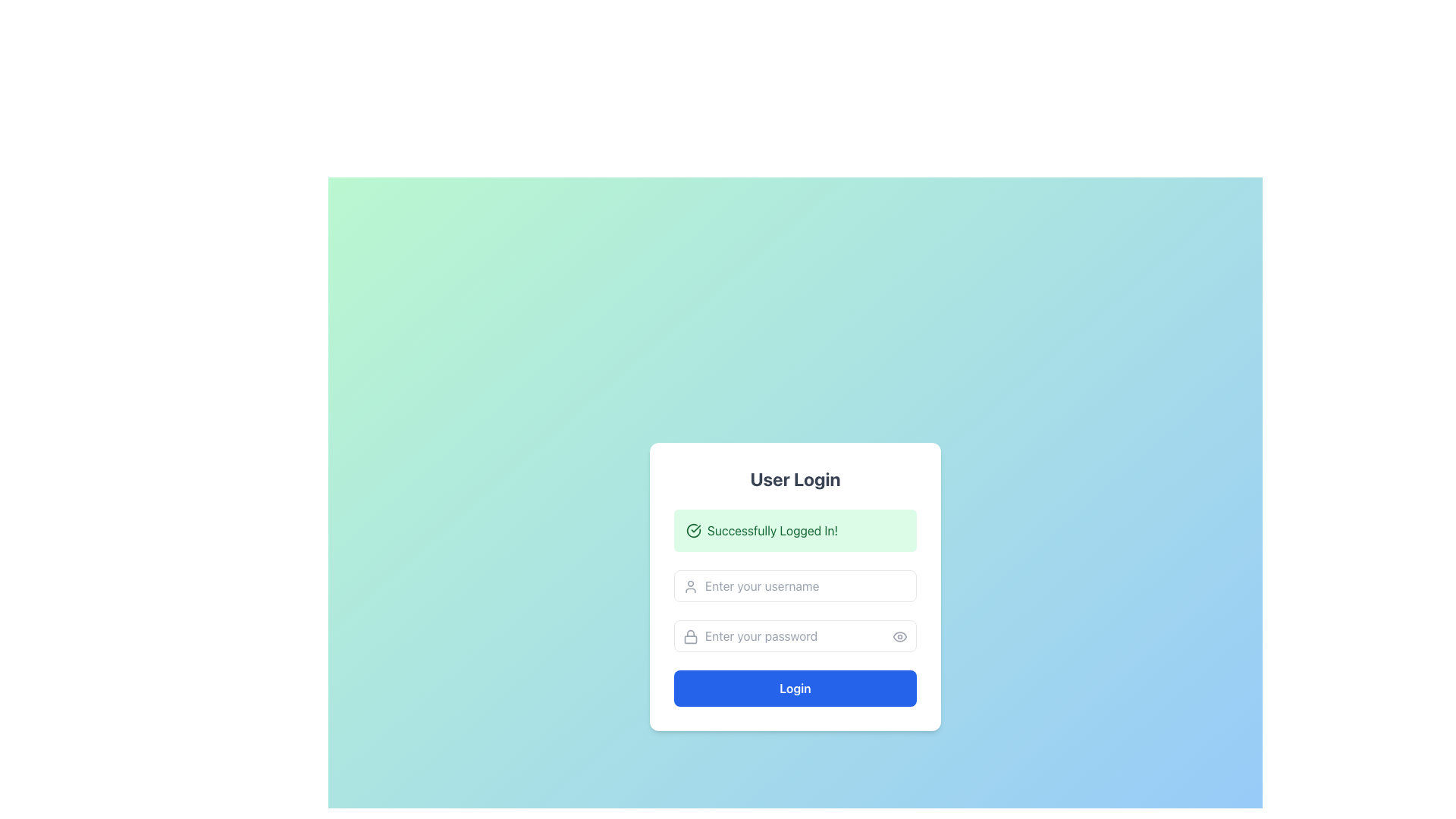  What do you see at coordinates (795, 688) in the screenshot?
I see `the blue rounded Submit Button labeled 'Login'` at bounding box center [795, 688].